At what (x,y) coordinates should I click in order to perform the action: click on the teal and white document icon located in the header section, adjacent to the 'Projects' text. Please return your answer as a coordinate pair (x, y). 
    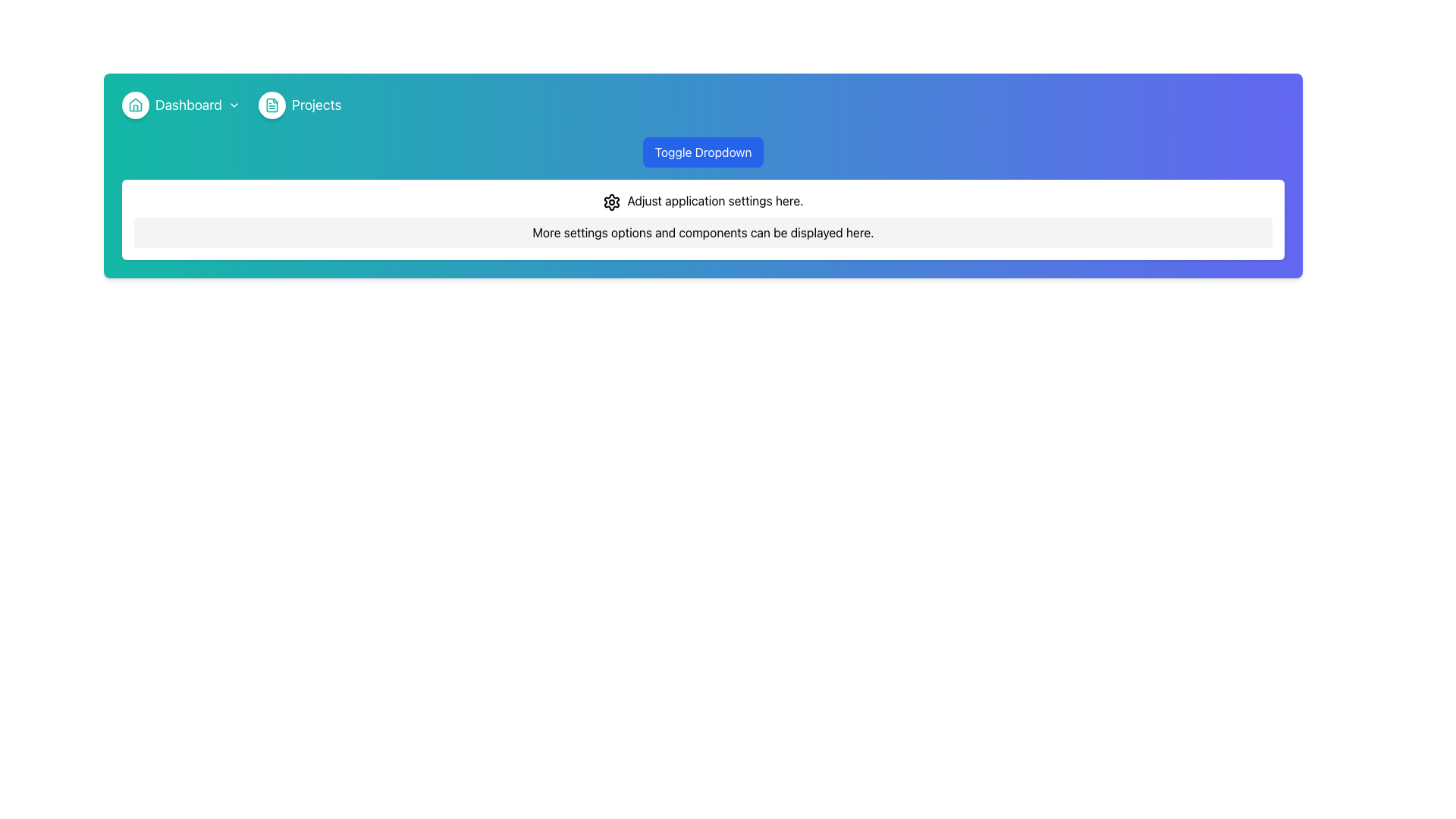
    Looking at the image, I should click on (271, 104).